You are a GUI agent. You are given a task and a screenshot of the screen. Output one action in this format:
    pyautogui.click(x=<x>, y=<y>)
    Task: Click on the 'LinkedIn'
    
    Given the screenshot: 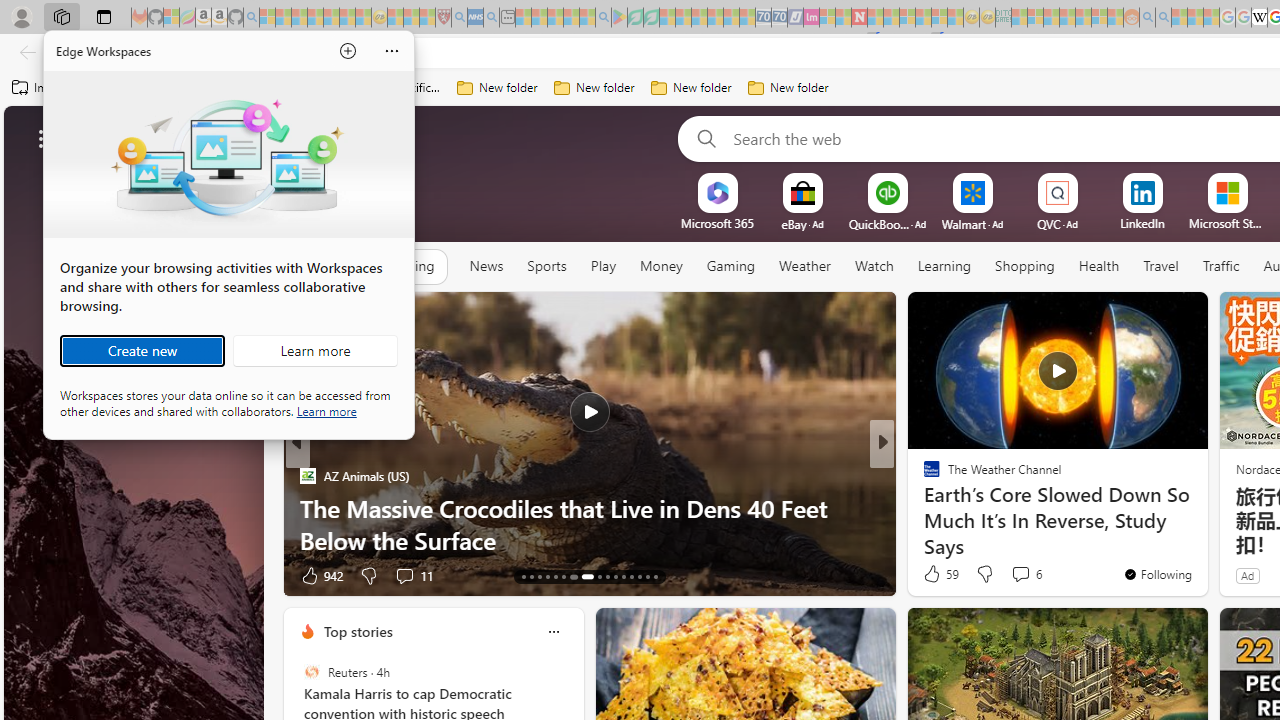 What is the action you would take?
    pyautogui.click(x=1142, y=223)
    